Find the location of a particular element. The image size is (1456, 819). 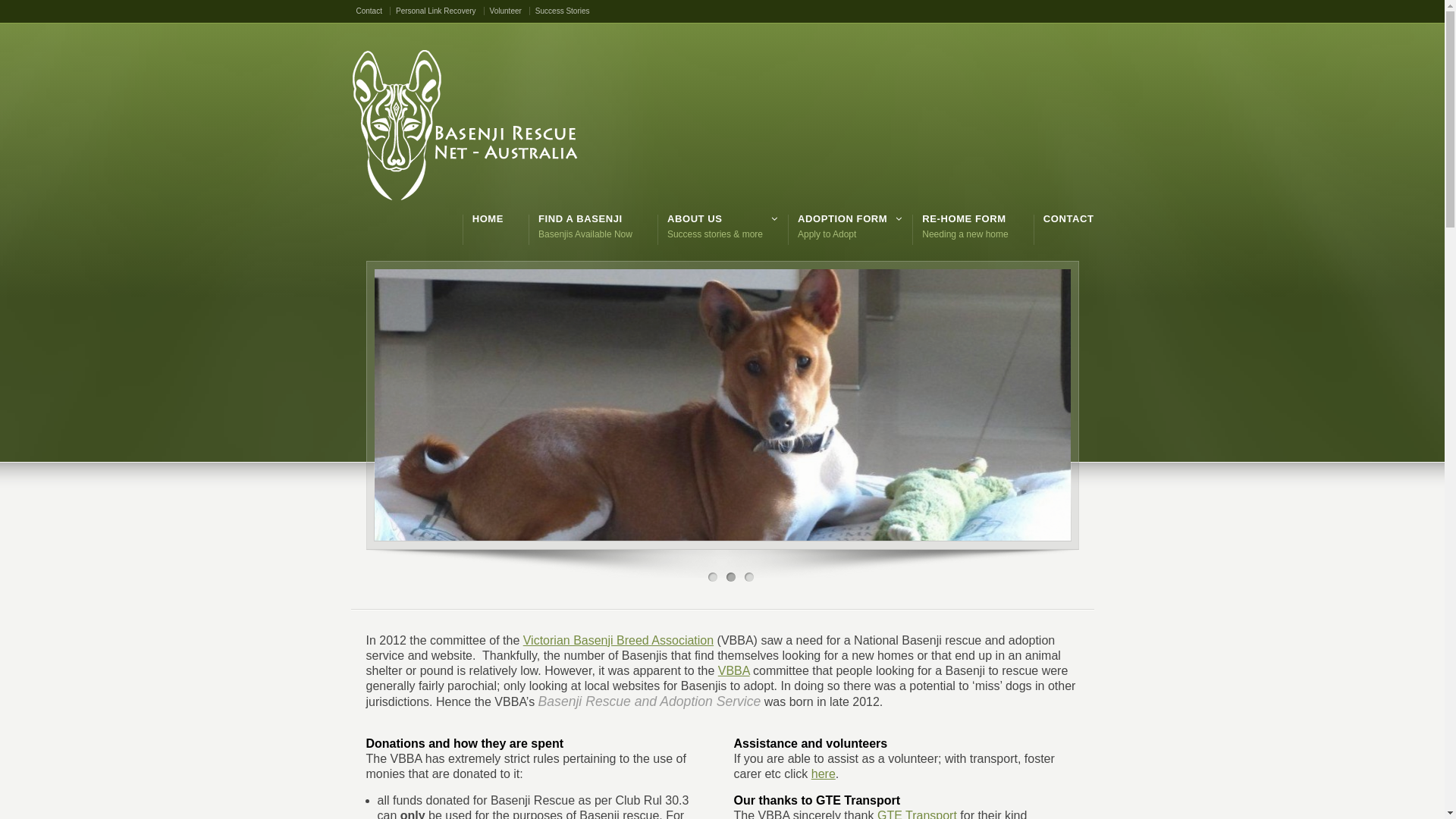

'VBBA' is located at coordinates (734, 670).